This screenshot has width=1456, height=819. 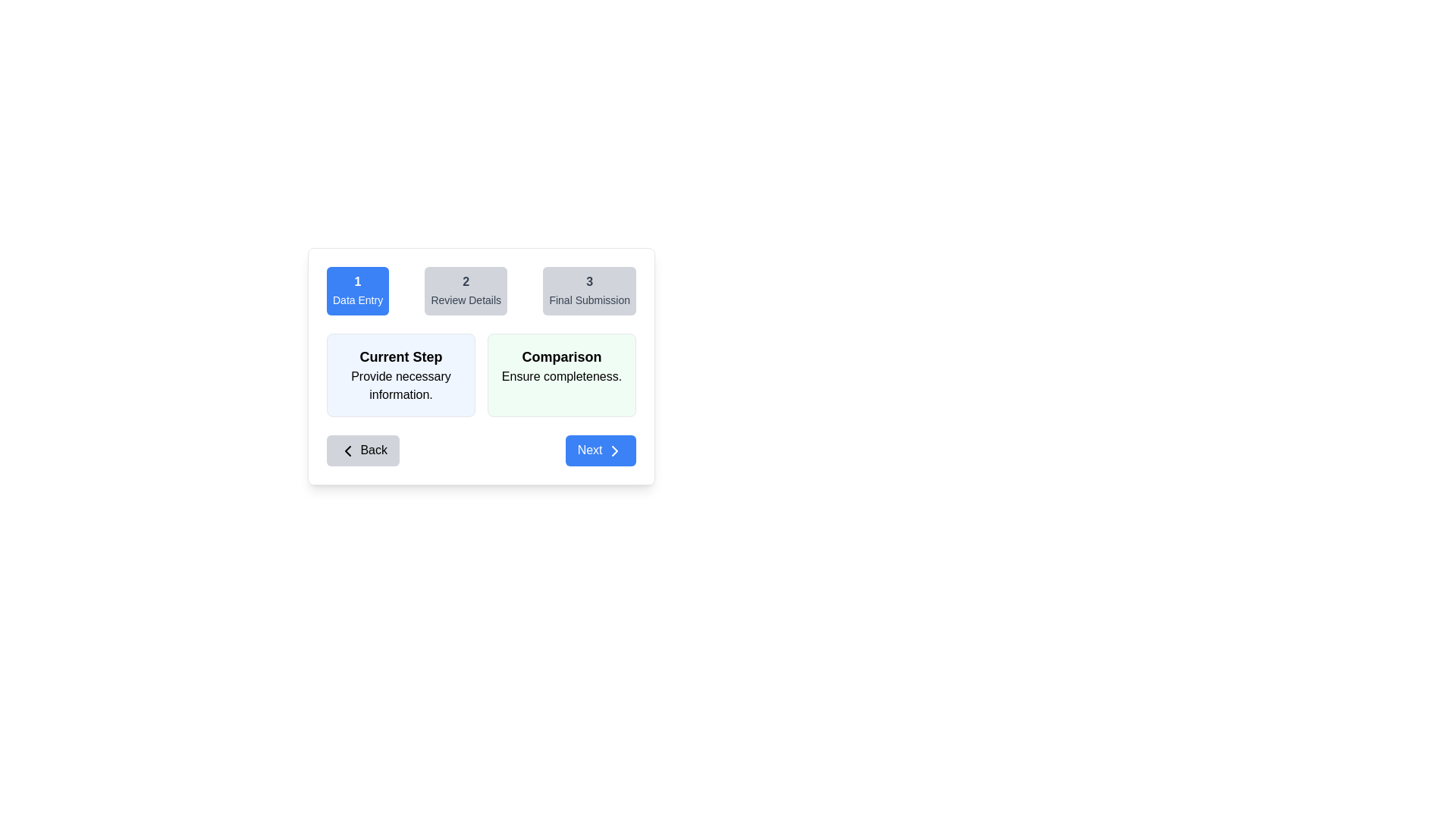 What do you see at coordinates (357, 281) in the screenshot?
I see `the text indicating the sequence number '1' within the 'Data Entry' step indicator, which is inside the blue rectangular button labeled 'Data Entry'` at bounding box center [357, 281].